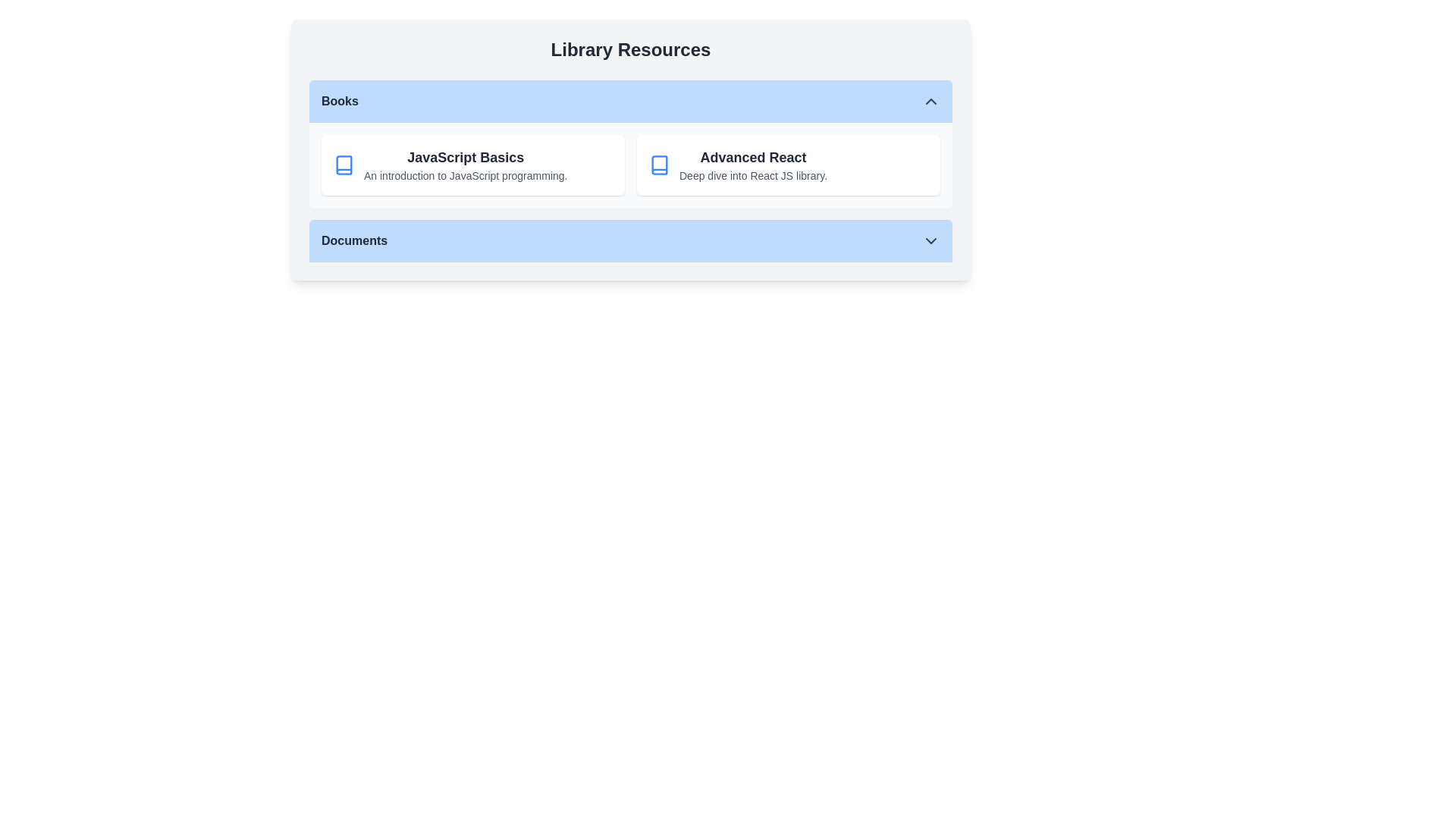 The height and width of the screenshot is (819, 1456). I want to click on the decorative book icon located to the left of the 'Advanced React' text in the 'Books' section of the 'Library Resources' interface, so click(659, 165).